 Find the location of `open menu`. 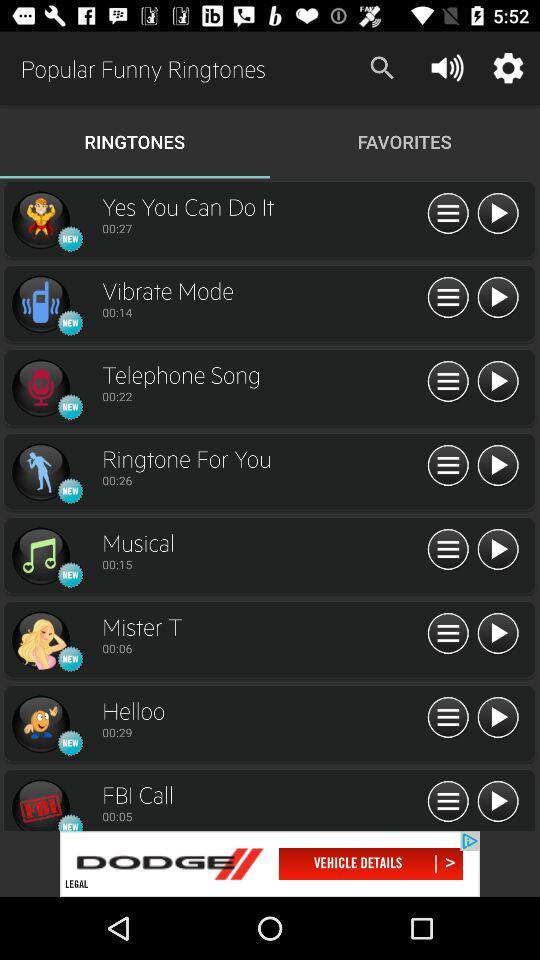

open menu is located at coordinates (448, 802).